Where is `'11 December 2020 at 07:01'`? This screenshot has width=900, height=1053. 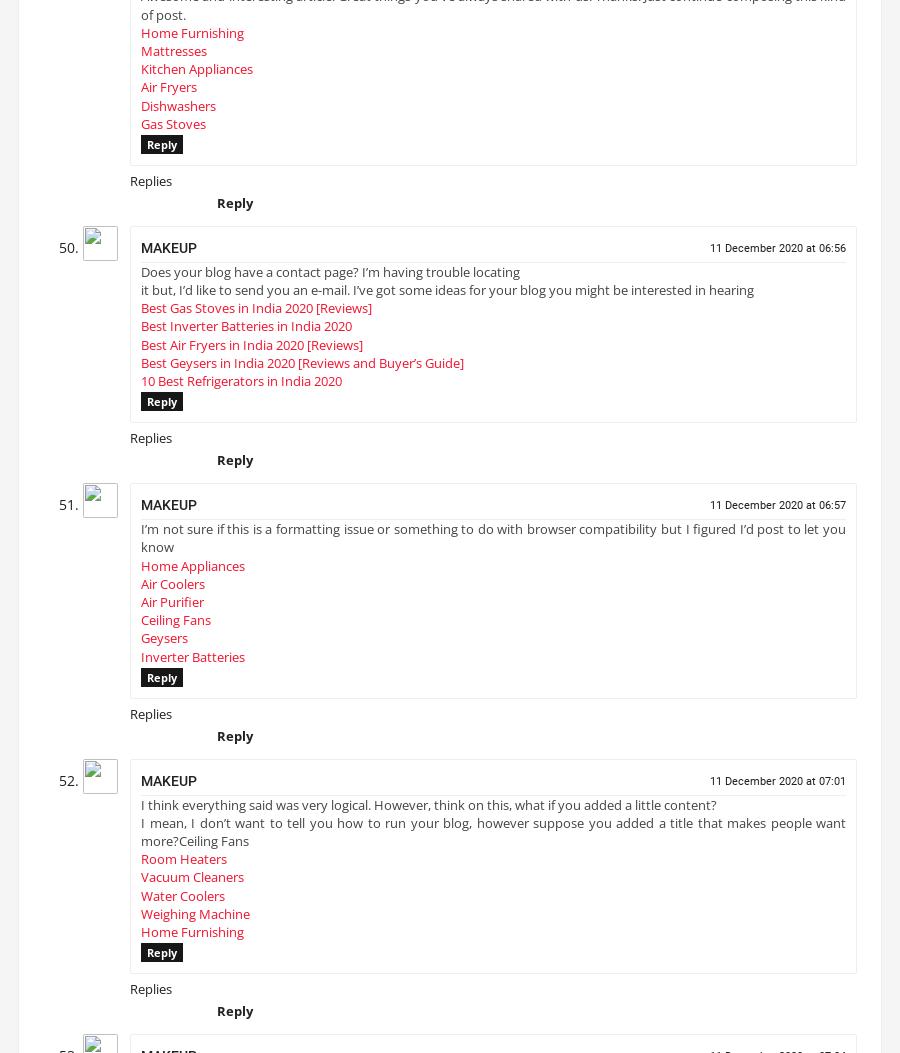
'11 December 2020 at 07:01' is located at coordinates (776, 788).